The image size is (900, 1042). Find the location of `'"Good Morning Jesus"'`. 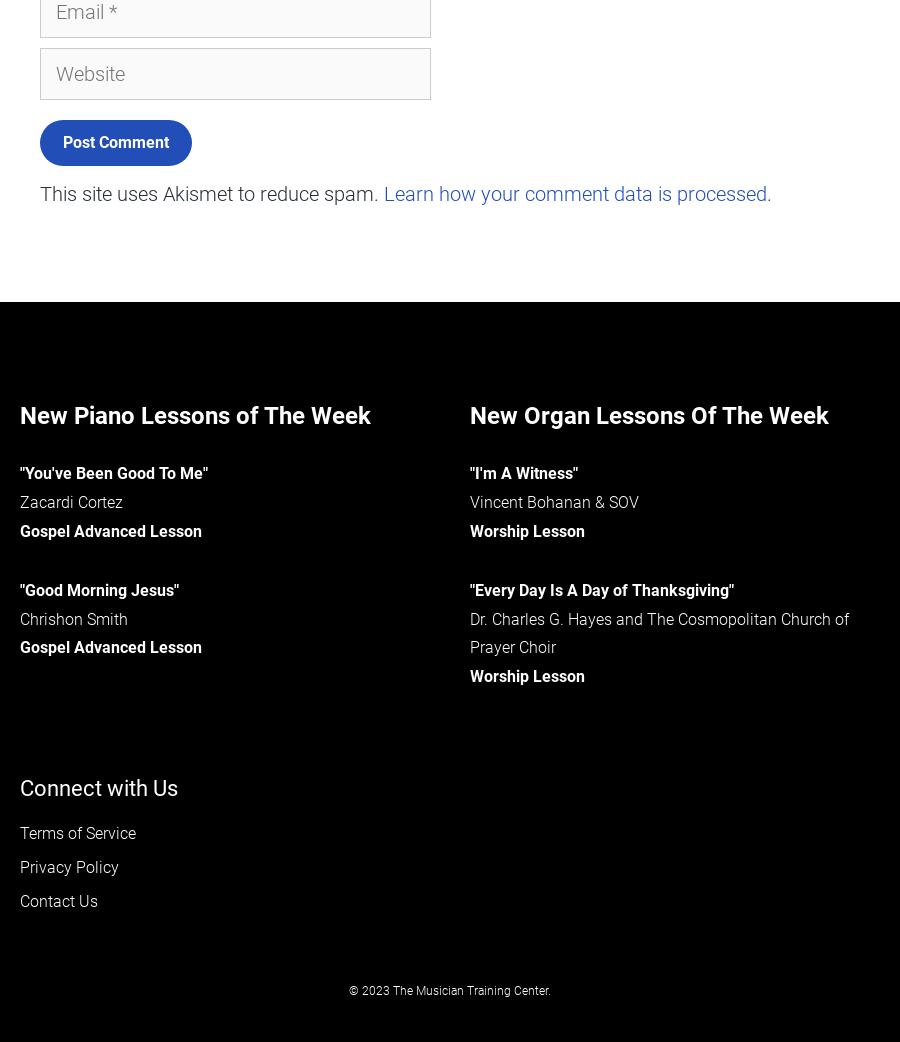

'"Good Morning Jesus"' is located at coordinates (98, 588).